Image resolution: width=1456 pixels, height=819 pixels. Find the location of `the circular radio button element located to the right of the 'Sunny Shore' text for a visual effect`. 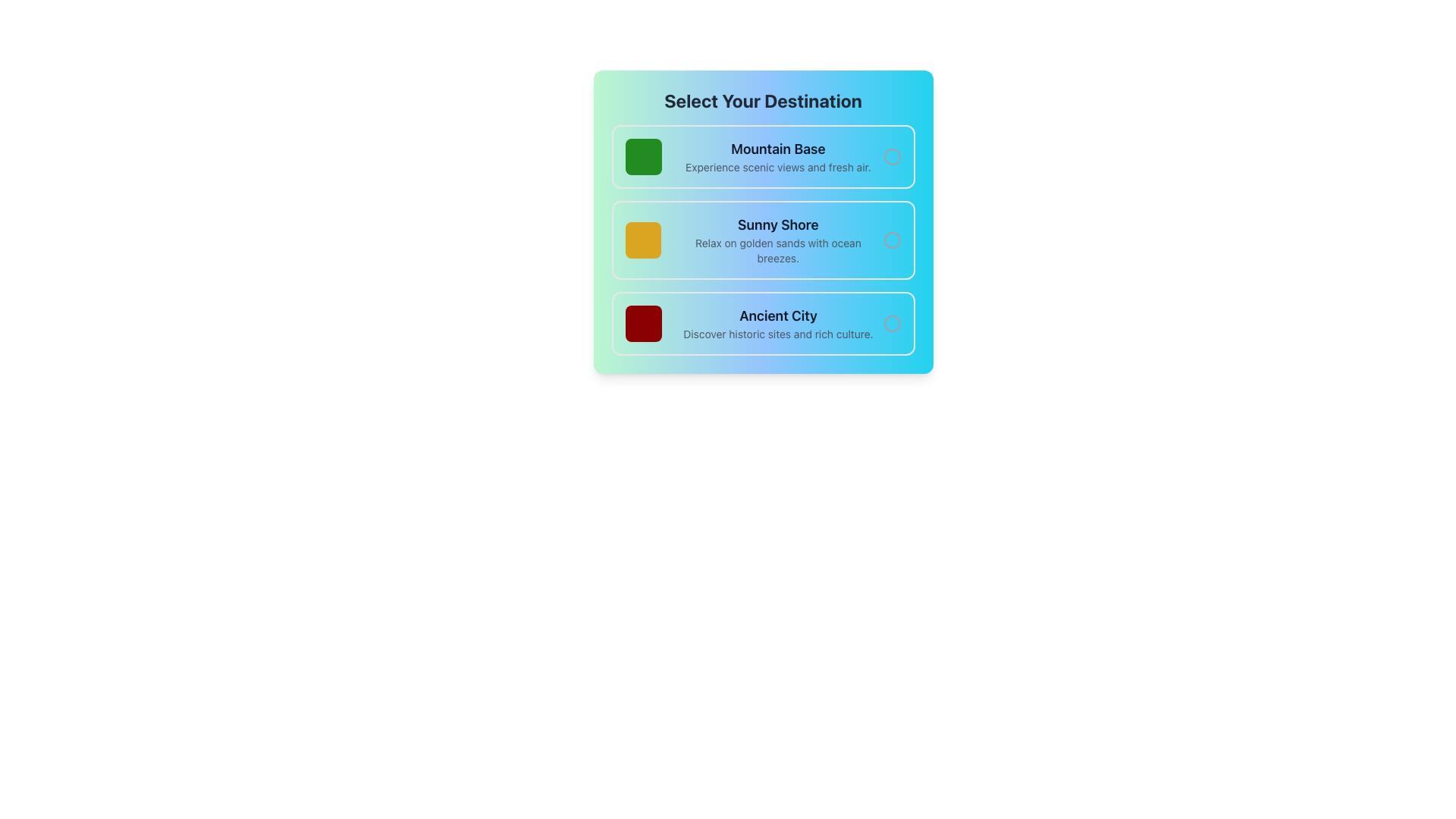

the circular radio button element located to the right of the 'Sunny Shore' text for a visual effect is located at coordinates (892, 239).